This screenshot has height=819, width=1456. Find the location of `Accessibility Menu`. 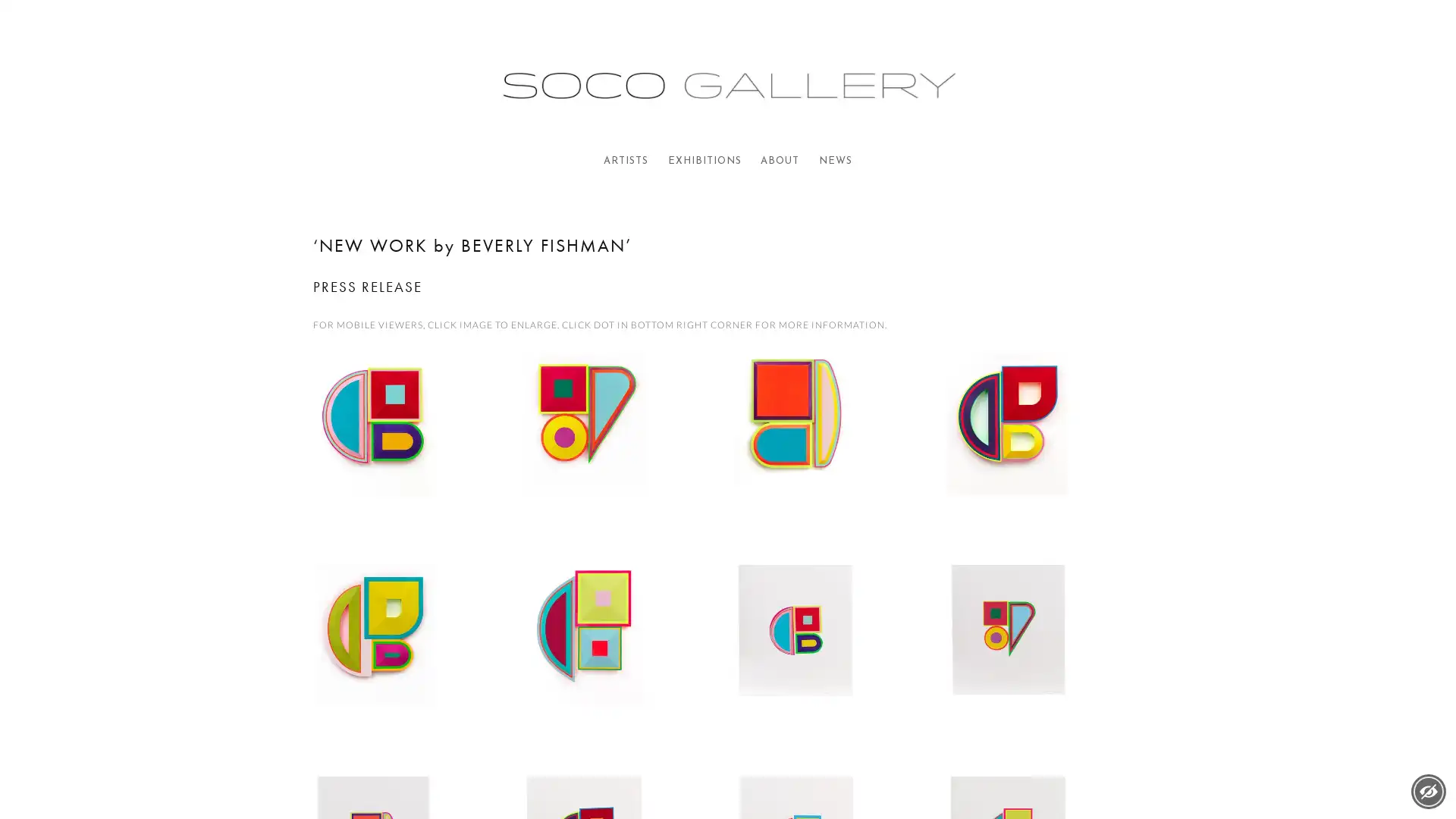

Accessibility Menu is located at coordinates (1427, 791).